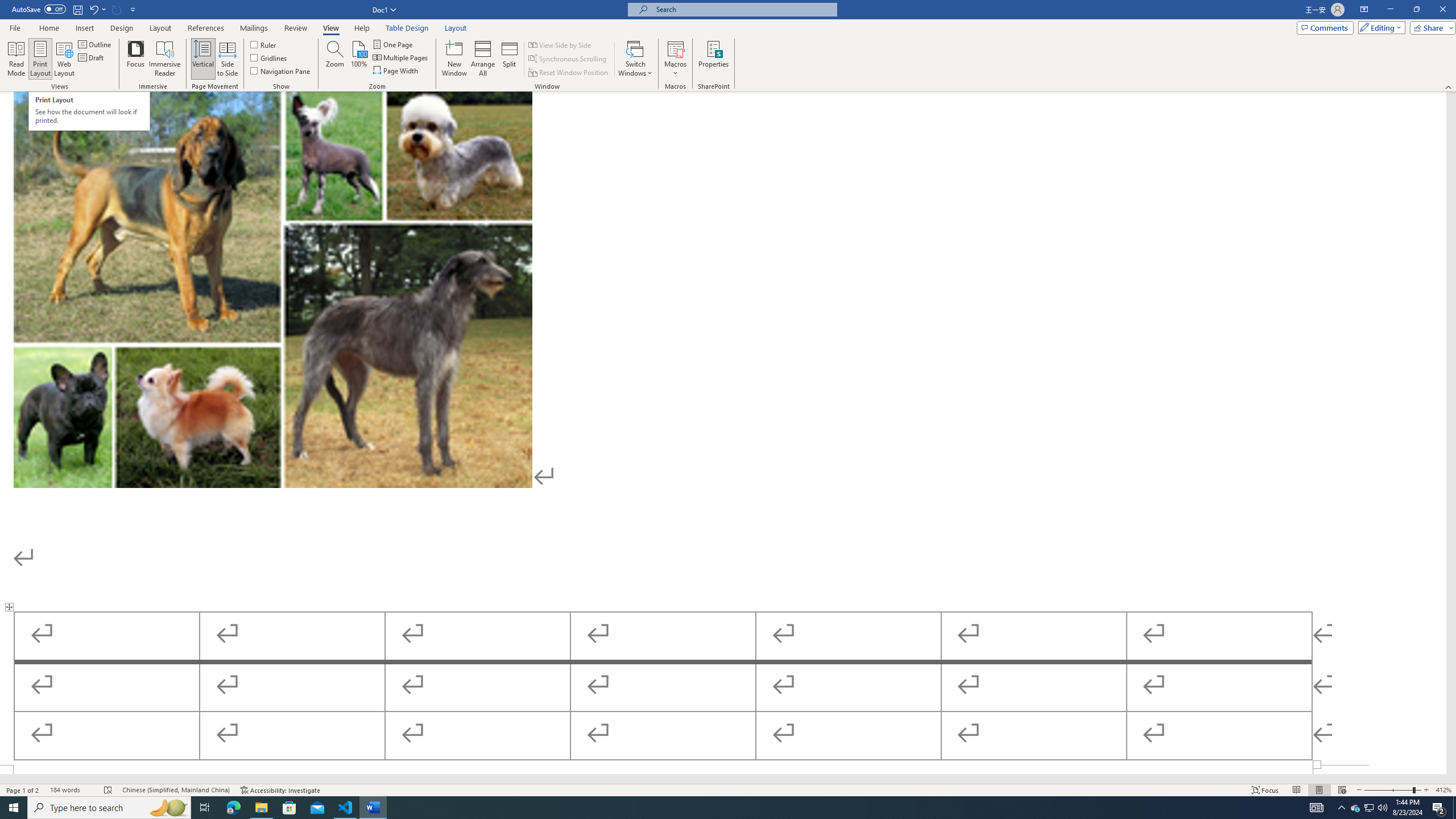 This screenshot has width=1456, height=819. I want to click on 'Multiple Pages', so click(401, 56).